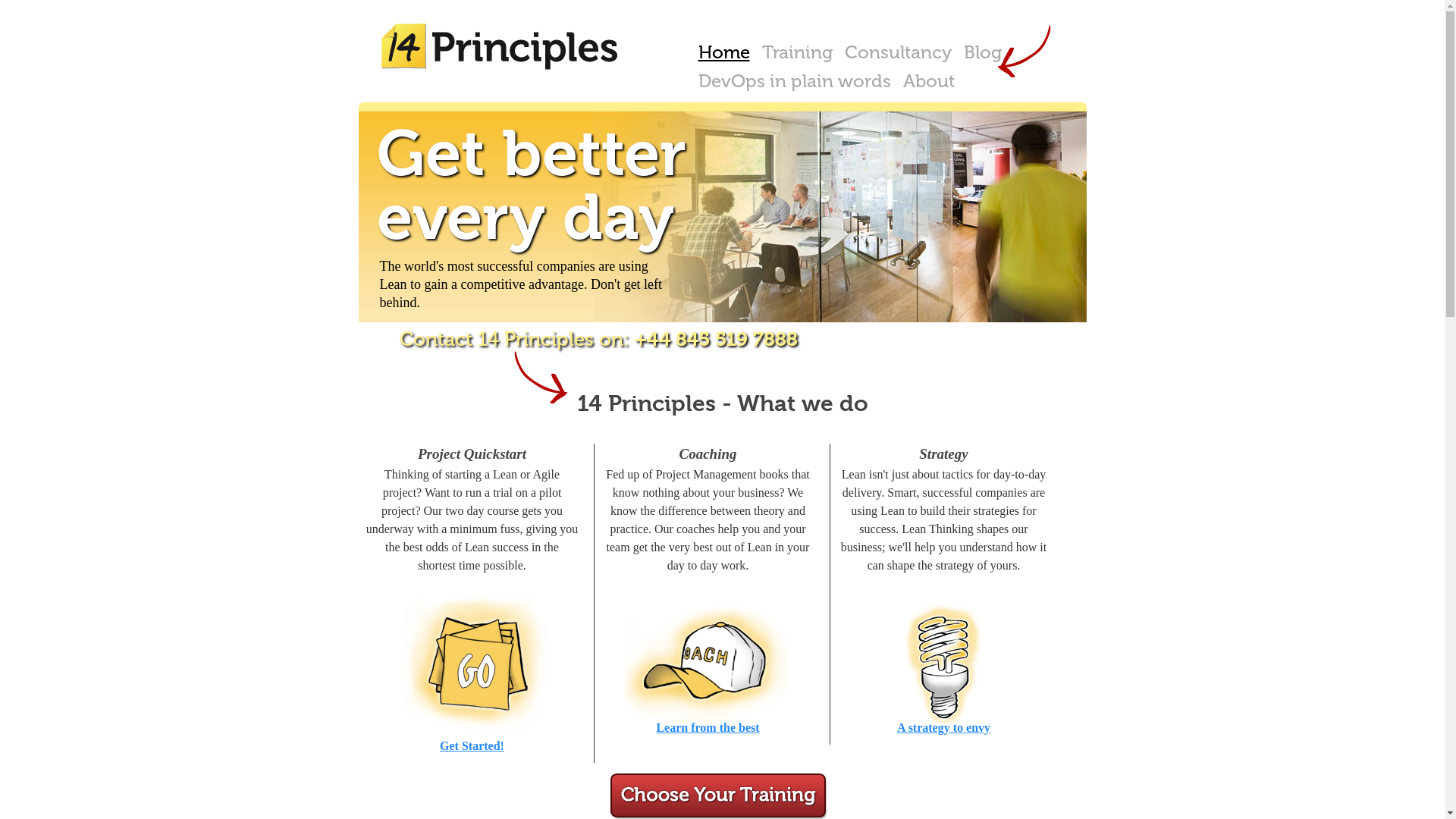 This screenshot has height=819, width=1456. Describe the element at coordinates (723, 52) in the screenshot. I see `'Home'` at that location.